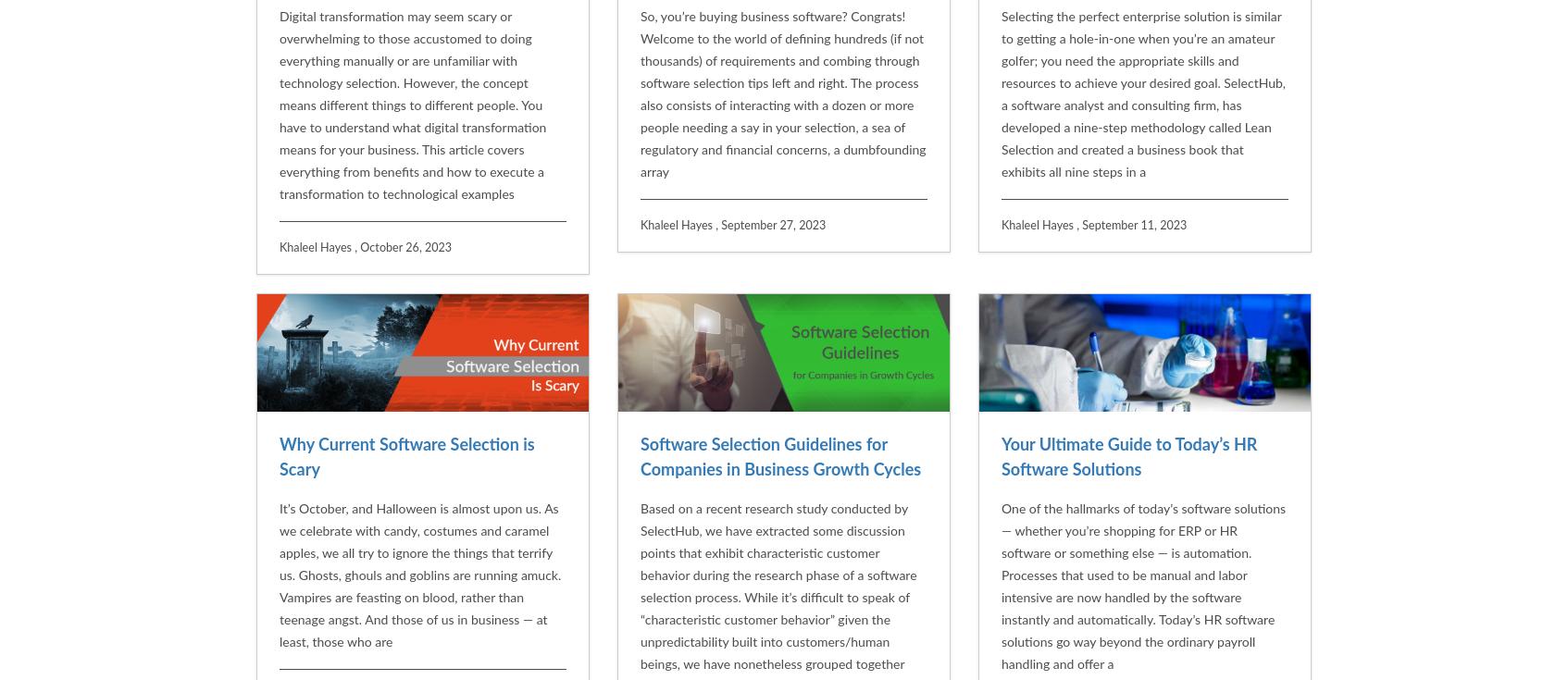 The width and height of the screenshot is (1568, 680). I want to click on 'Technology Selection is Social', so click(388, 630).